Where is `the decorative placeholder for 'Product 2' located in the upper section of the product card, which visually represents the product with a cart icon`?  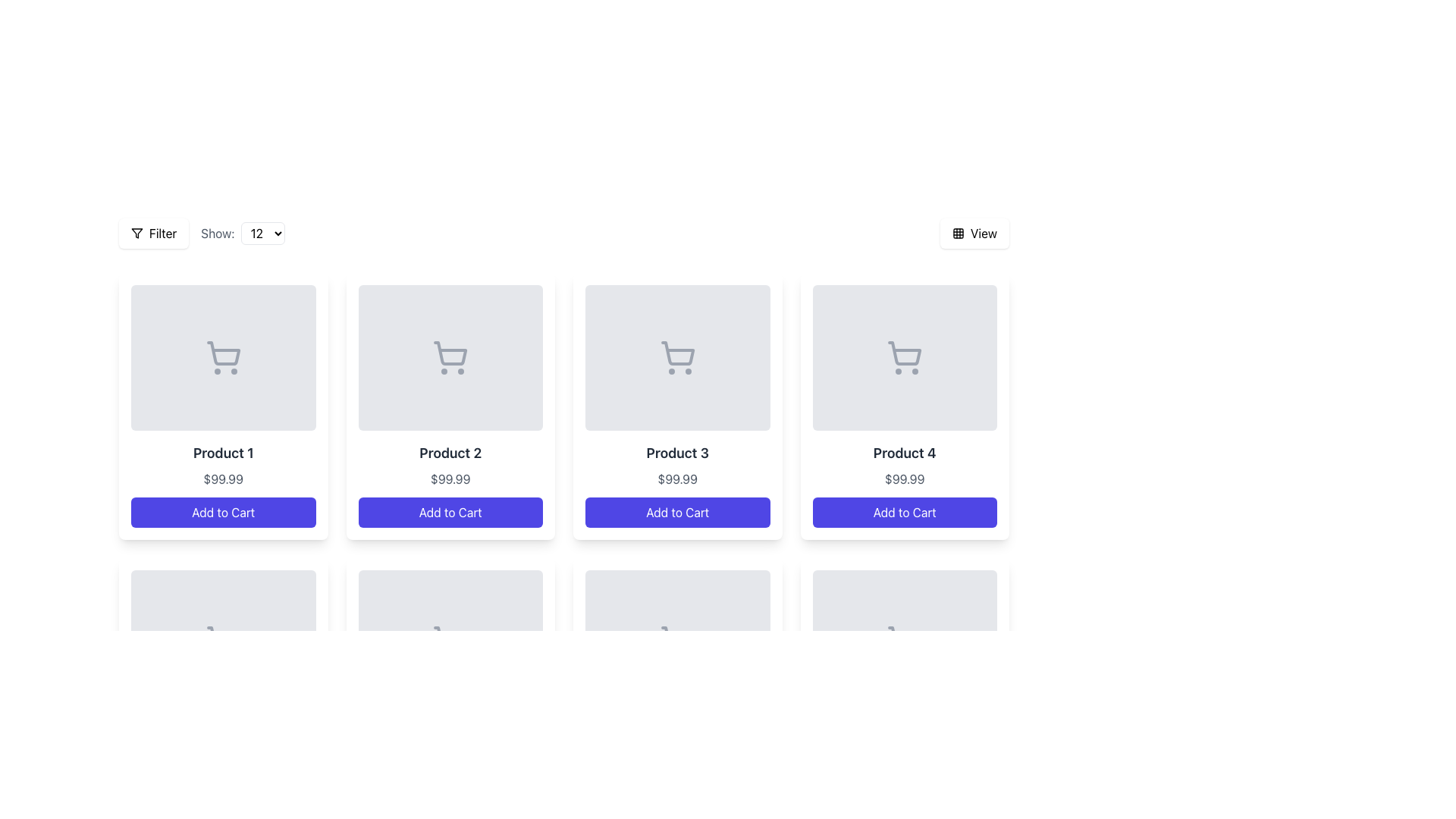
the decorative placeholder for 'Product 2' located in the upper section of the product card, which visually represents the product with a cart icon is located at coordinates (450, 357).